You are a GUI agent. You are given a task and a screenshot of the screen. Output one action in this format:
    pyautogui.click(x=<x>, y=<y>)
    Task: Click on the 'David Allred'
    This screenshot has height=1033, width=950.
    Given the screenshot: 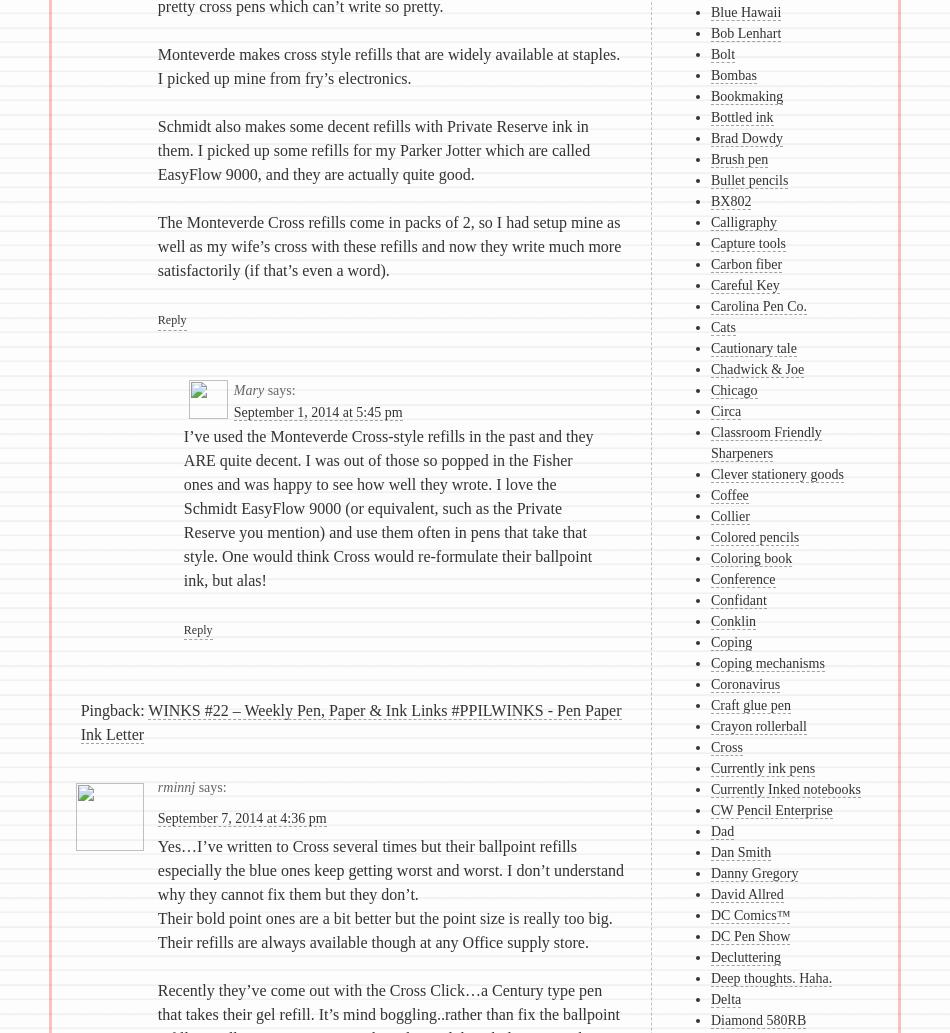 What is the action you would take?
    pyautogui.click(x=745, y=893)
    